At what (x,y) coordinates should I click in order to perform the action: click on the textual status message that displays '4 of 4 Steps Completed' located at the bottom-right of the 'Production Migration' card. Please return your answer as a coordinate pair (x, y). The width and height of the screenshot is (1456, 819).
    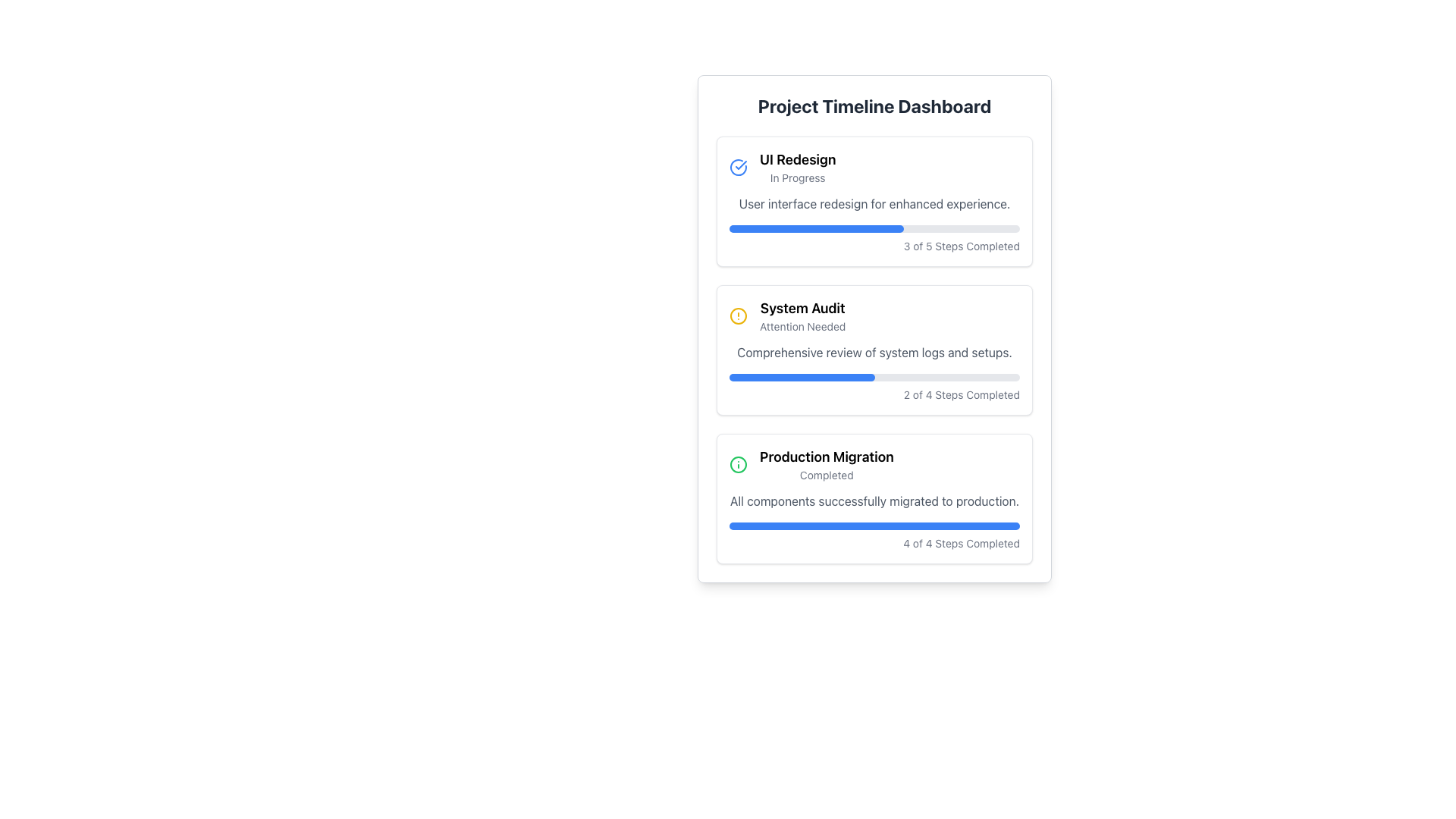
    Looking at the image, I should click on (874, 543).